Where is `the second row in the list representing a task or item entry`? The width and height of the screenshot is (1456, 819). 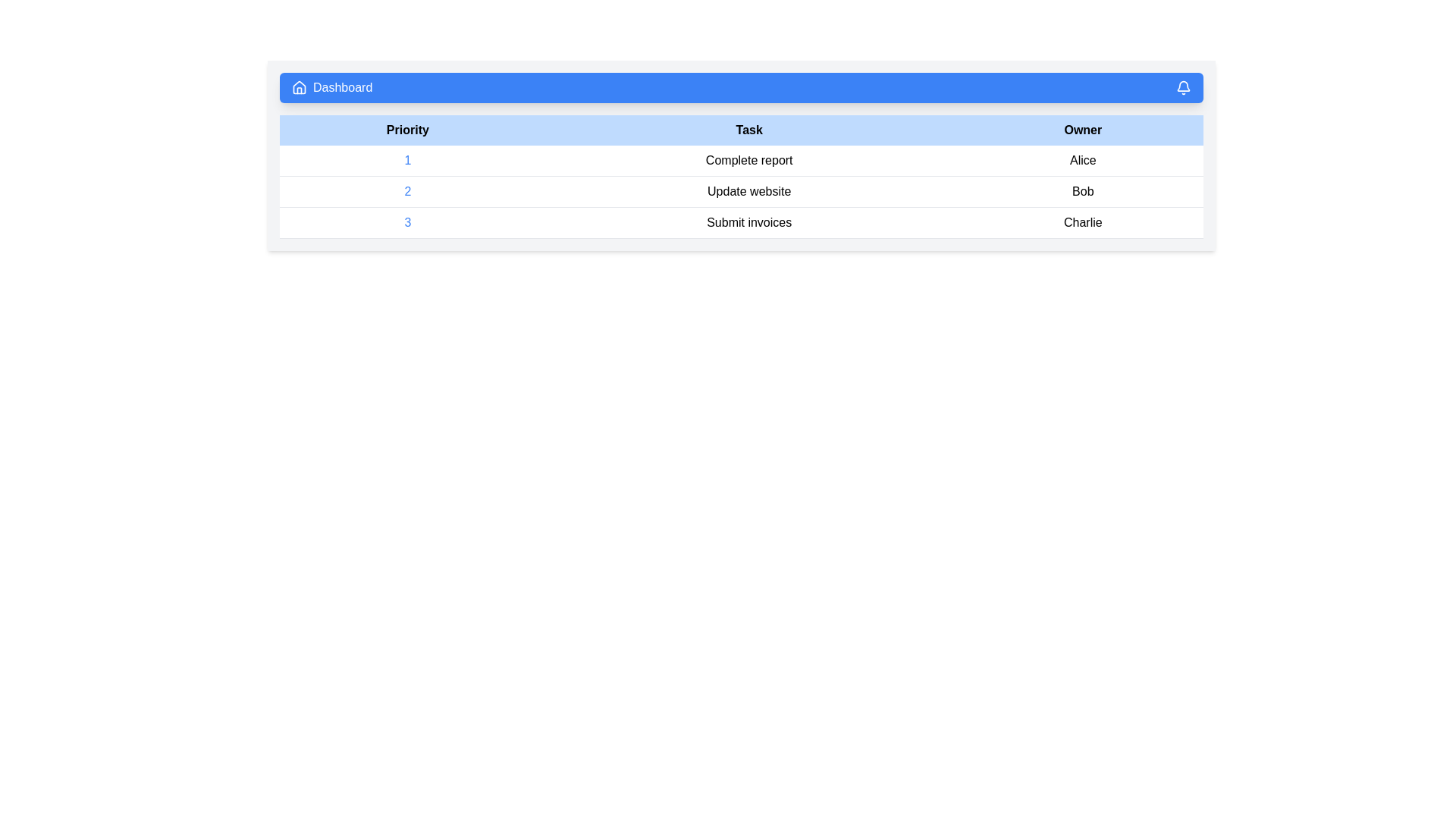
the second row in the list representing a task or item entry is located at coordinates (742, 191).